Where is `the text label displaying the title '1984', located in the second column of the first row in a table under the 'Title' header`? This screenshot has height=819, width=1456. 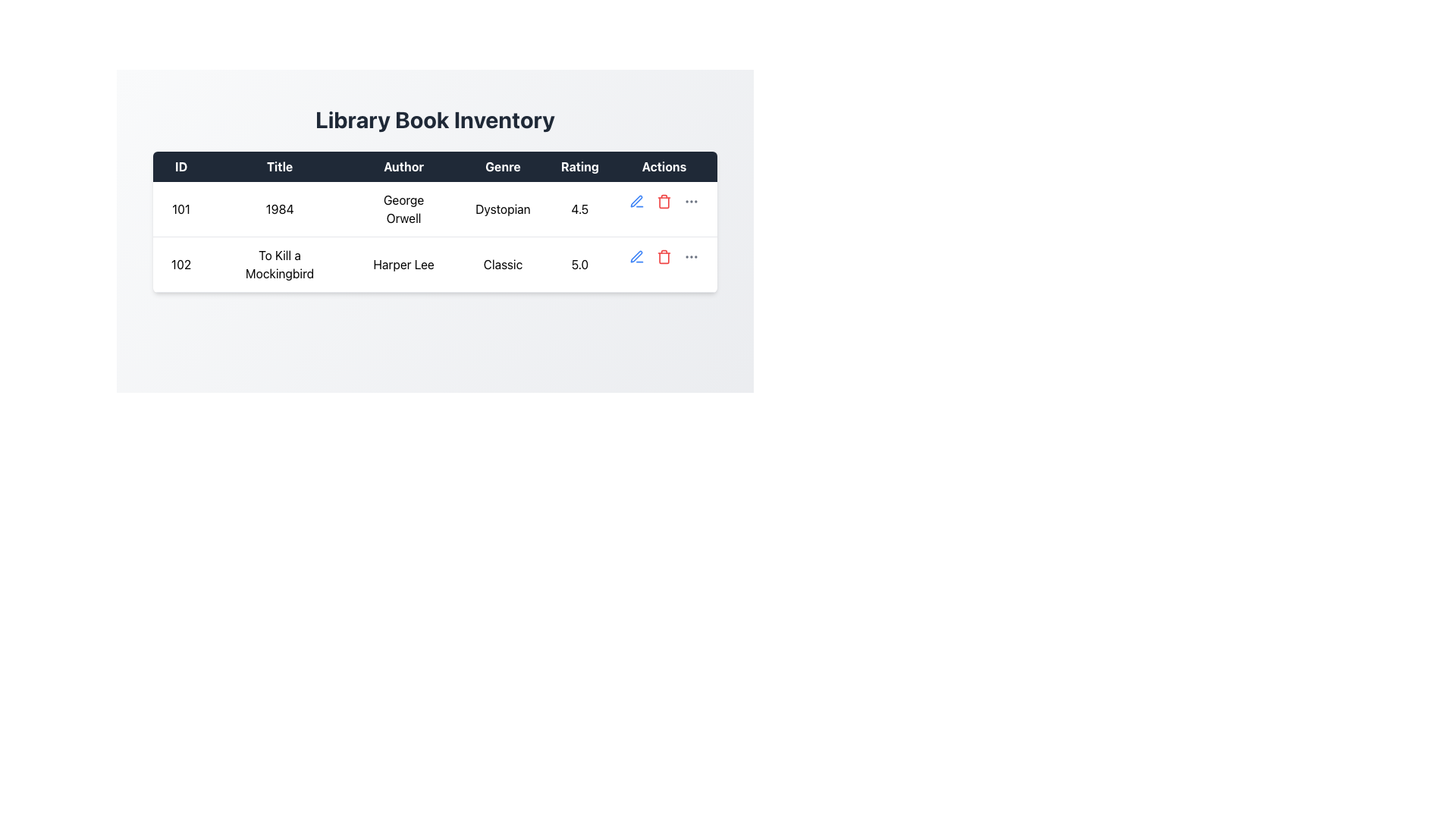 the text label displaying the title '1984', located in the second column of the first row in a table under the 'Title' header is located at coordinates (280, 209).